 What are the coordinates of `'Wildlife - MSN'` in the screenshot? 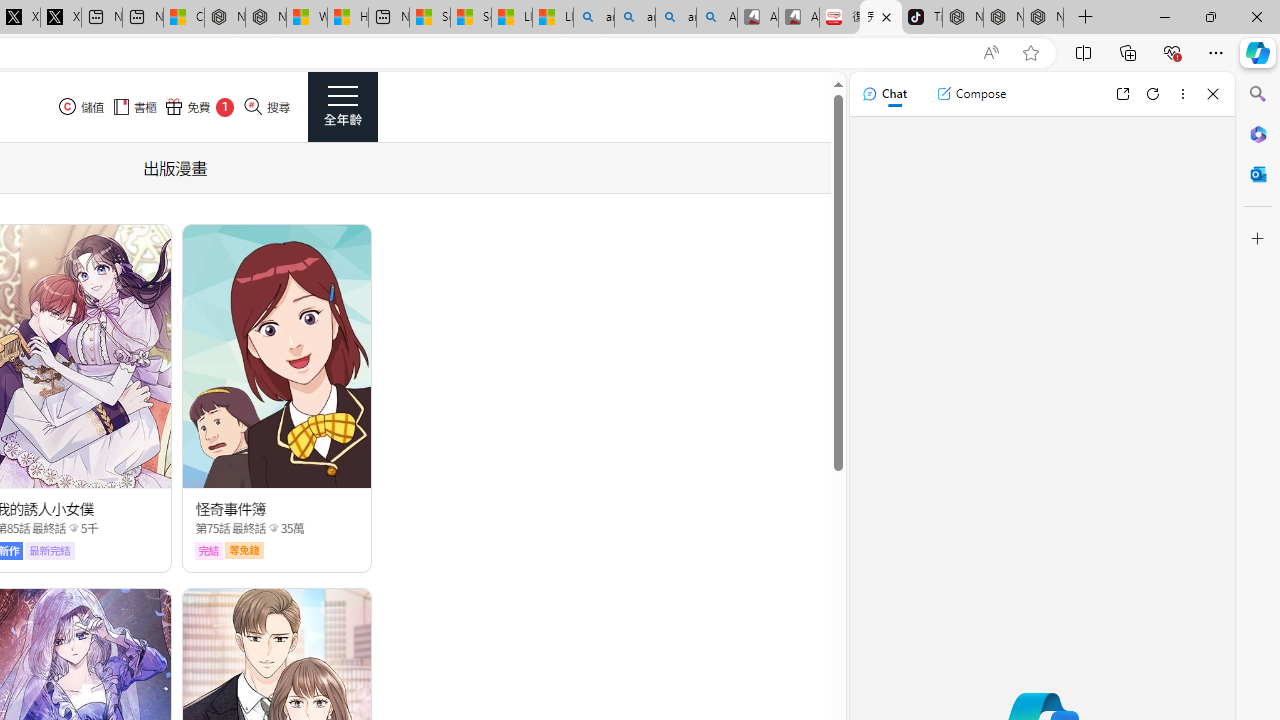 It's located at (305, 17).